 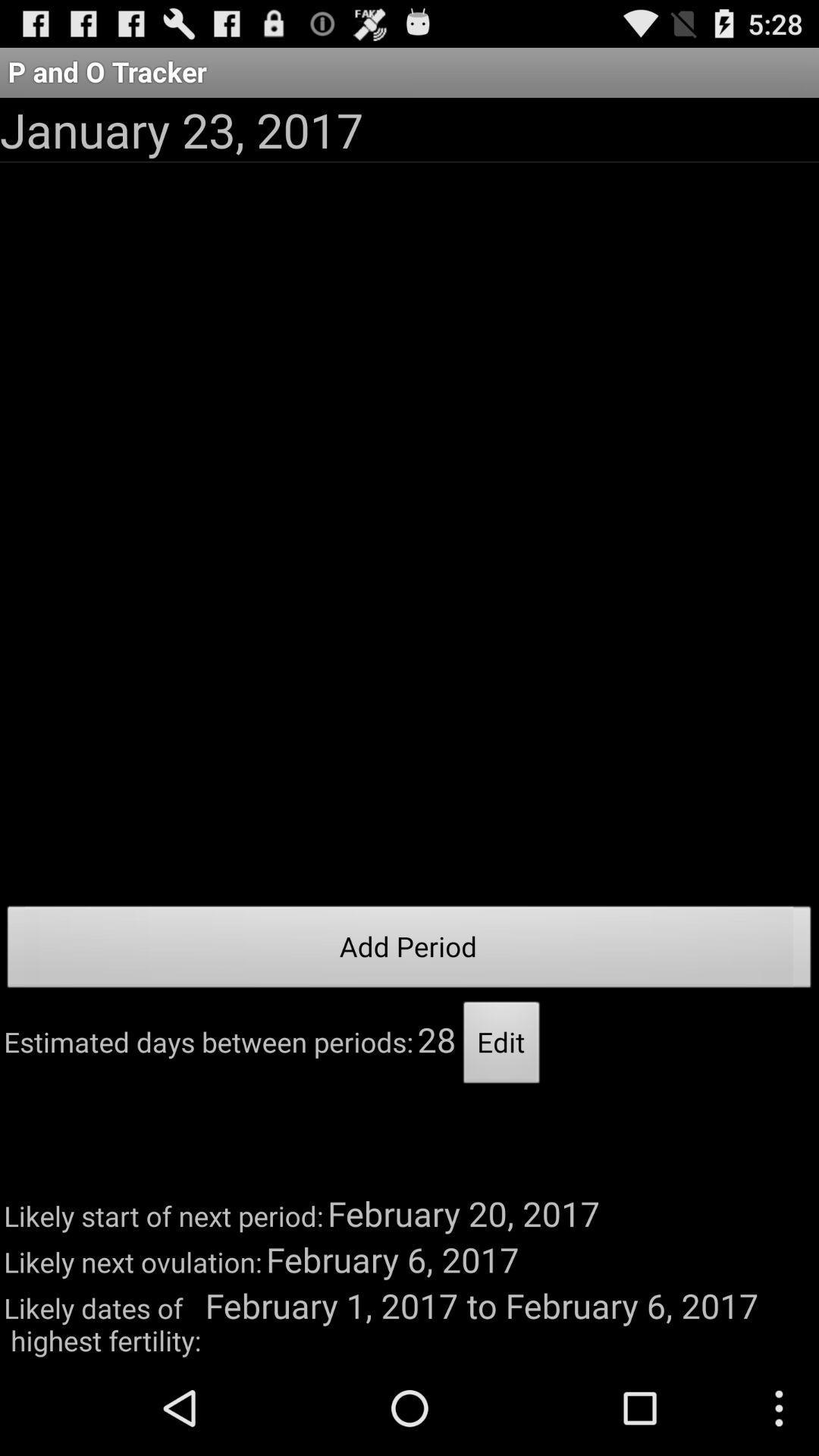 What do you see at coordinates (180, 130) in the screenshot?
I see `january 23, 2017 icon` at bounding box center [180, 130].